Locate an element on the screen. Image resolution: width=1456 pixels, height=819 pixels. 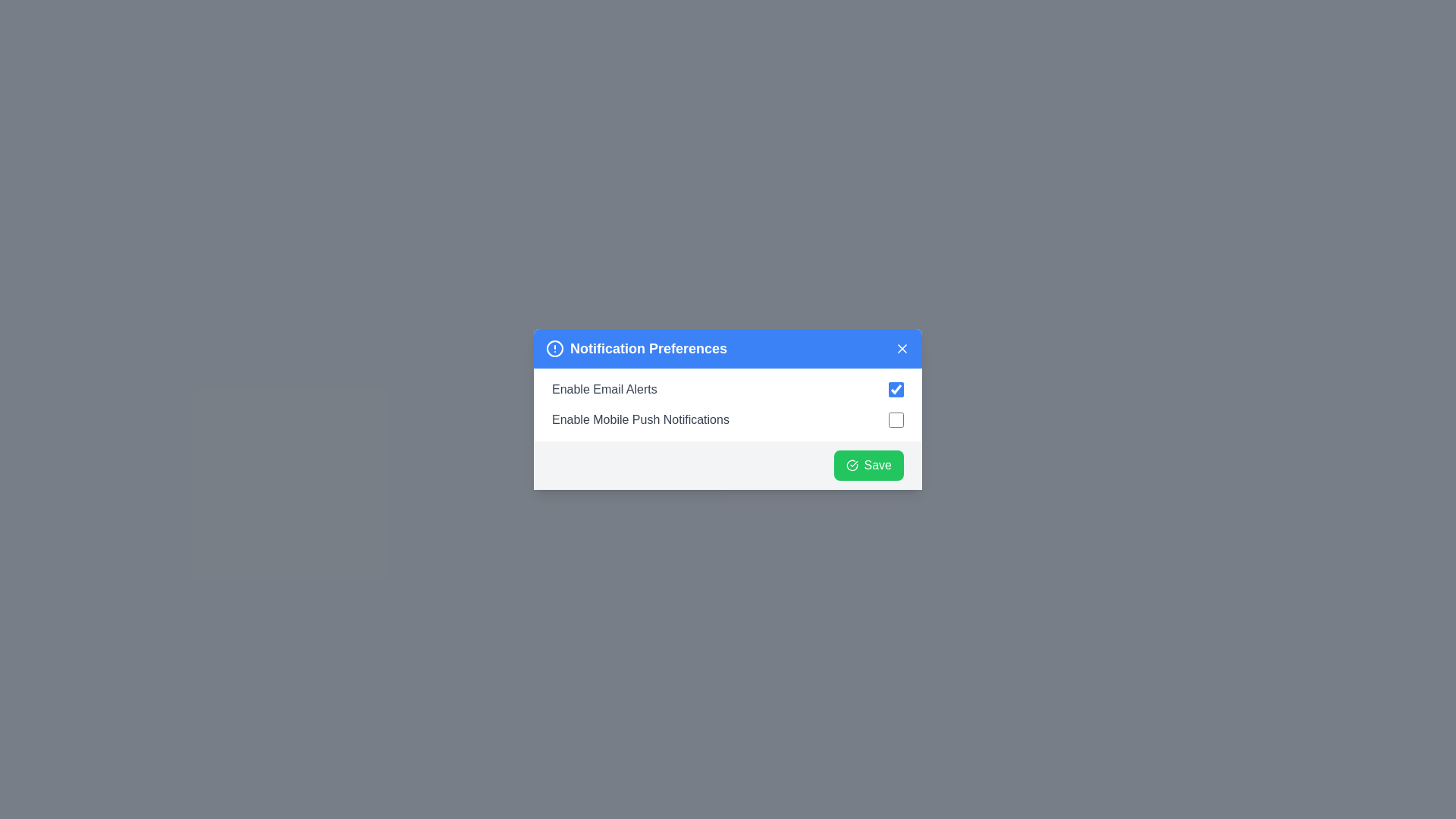
the distinct save button located is located at coordinates (868, 464).